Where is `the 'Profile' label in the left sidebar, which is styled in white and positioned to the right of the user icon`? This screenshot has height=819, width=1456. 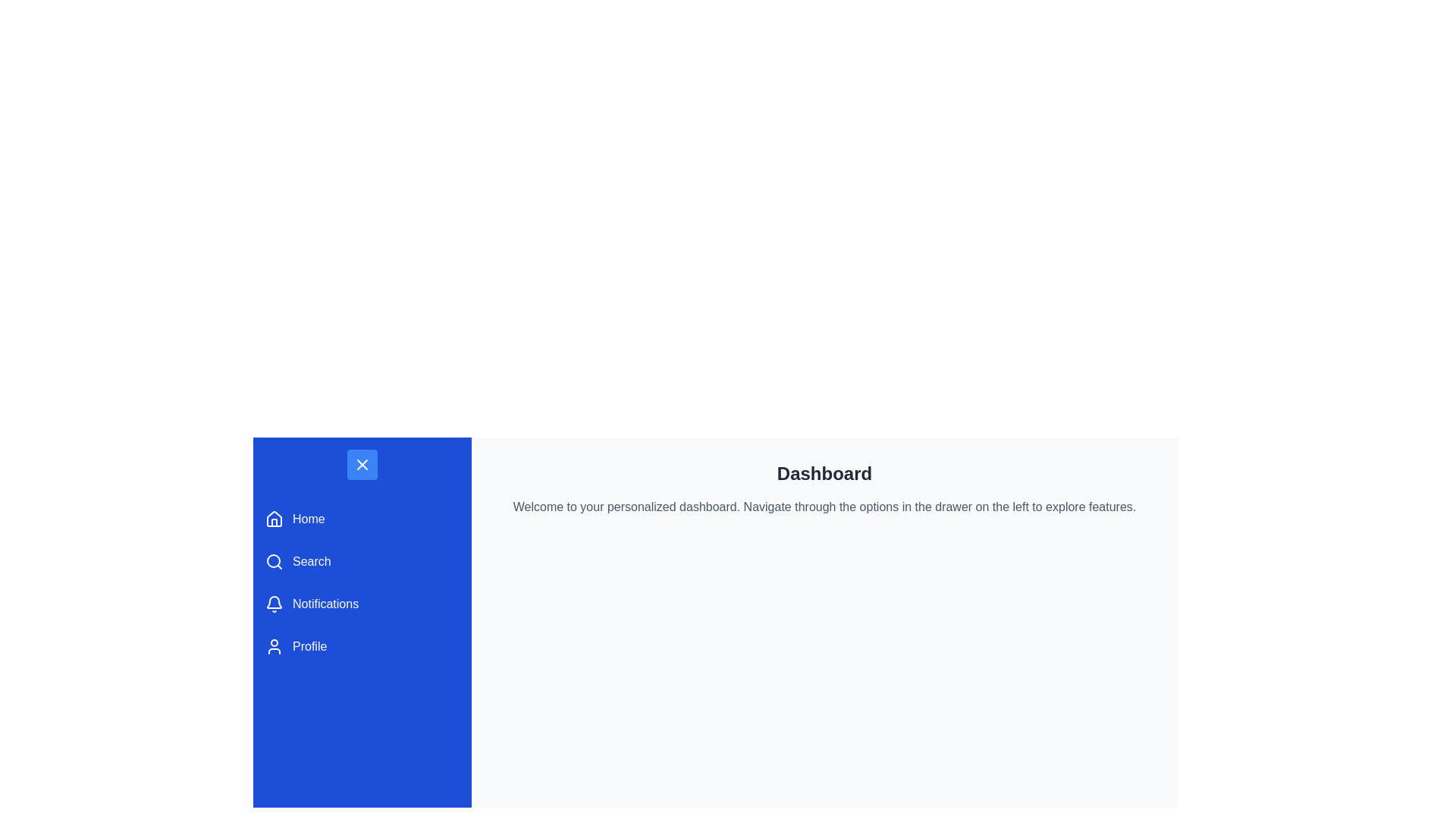
the 'Profile' label in the left sidebar, which is styled in white and positioned to the right of the user icon is located at coordinates (309, 646).